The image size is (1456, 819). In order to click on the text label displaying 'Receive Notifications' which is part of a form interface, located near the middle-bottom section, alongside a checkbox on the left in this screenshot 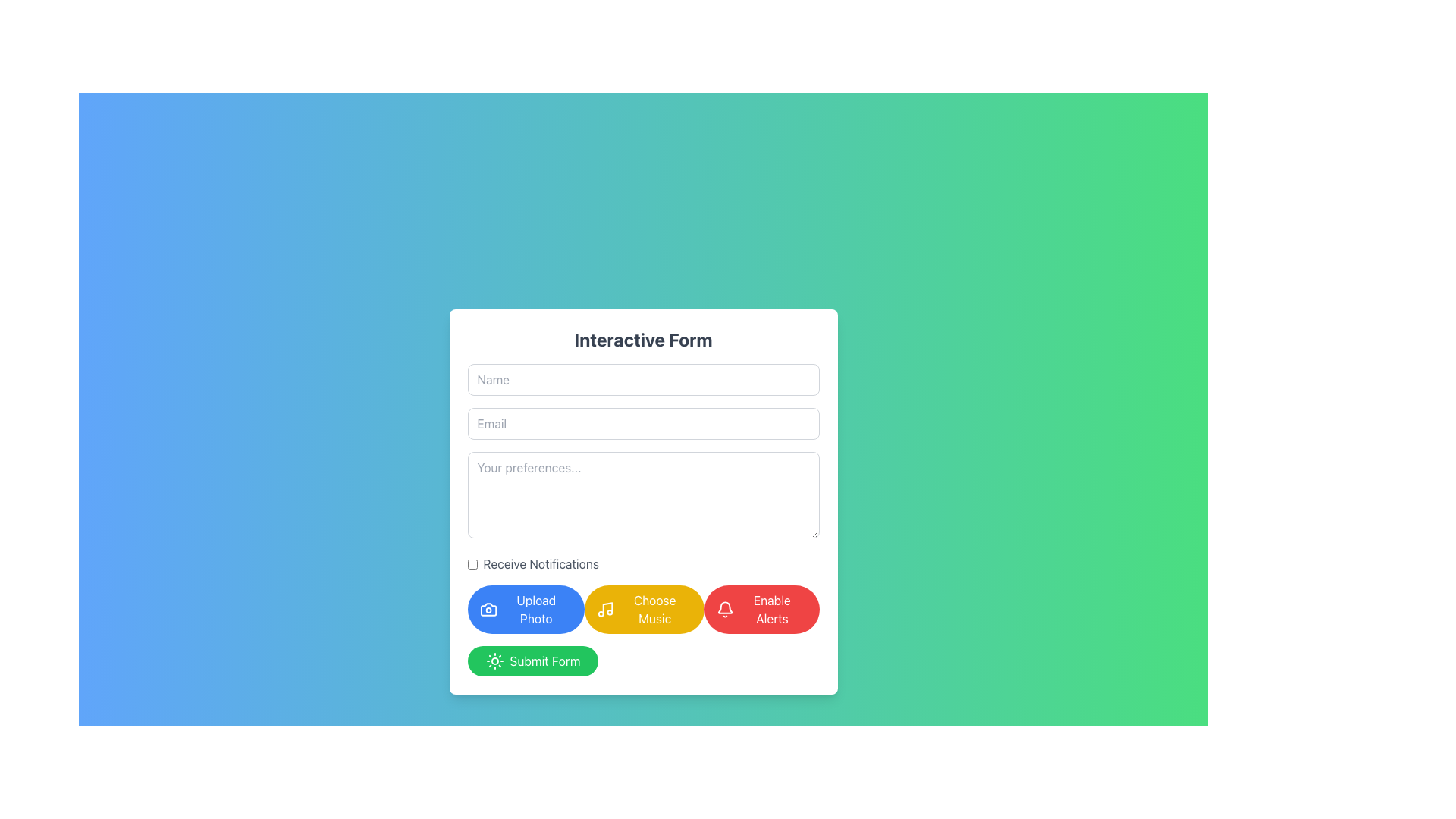, I will do `click(541, 564)`.